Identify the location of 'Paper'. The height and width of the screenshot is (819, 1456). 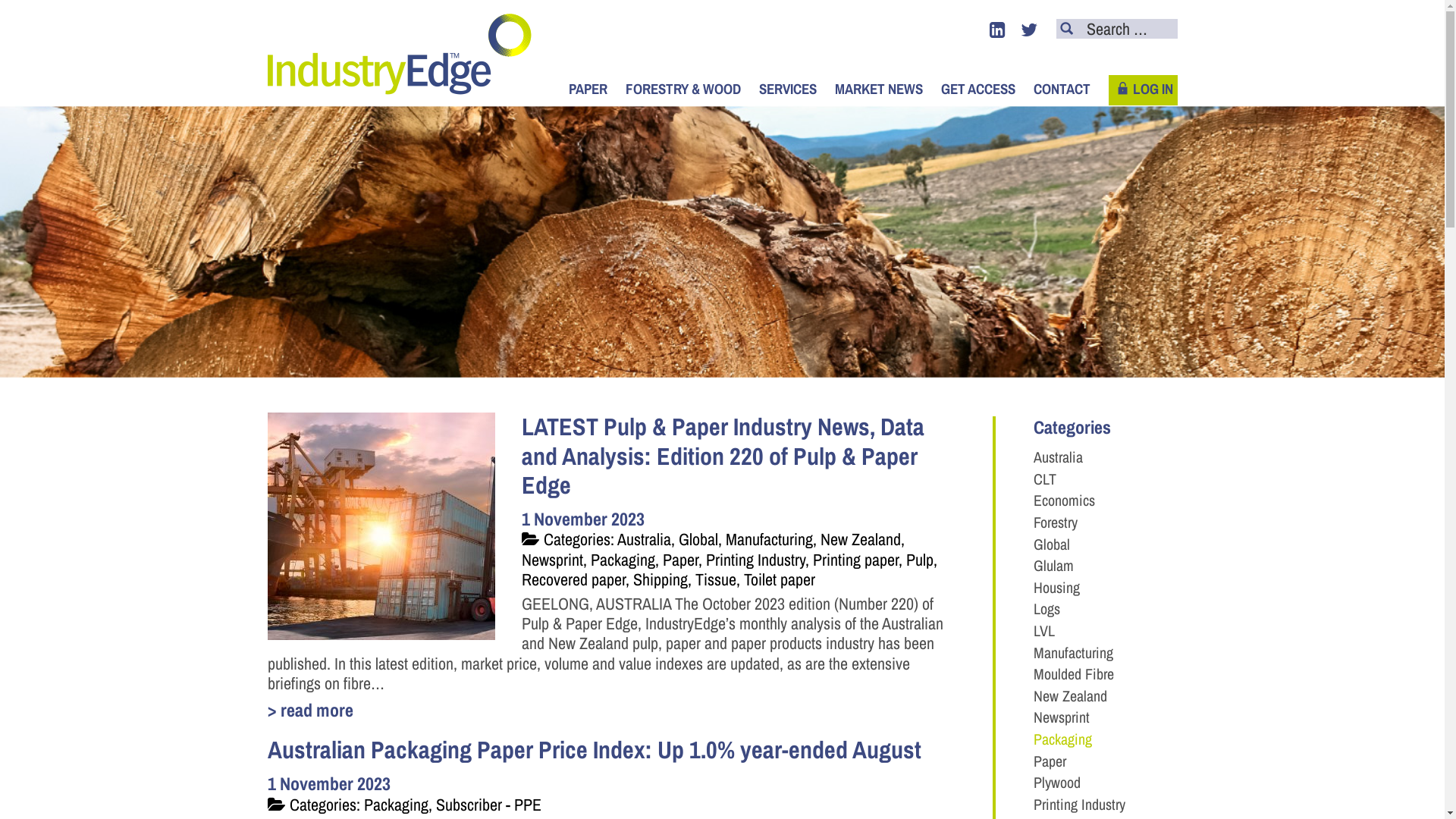
(1032, 761).